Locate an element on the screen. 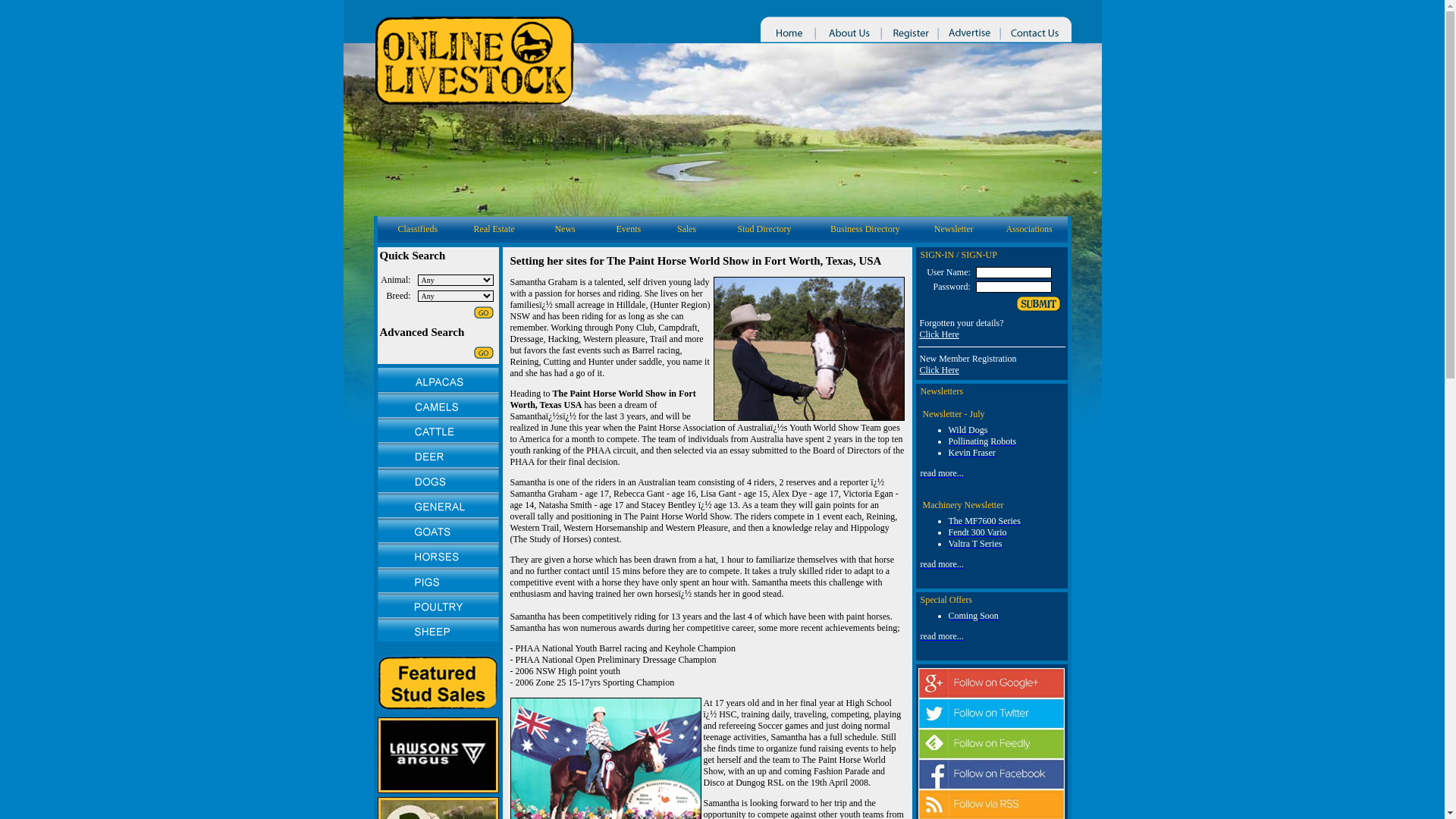 The width and height of the screenshot is (1456, 819). 'Pollinating Robots' is located at coordinates (982, 441).